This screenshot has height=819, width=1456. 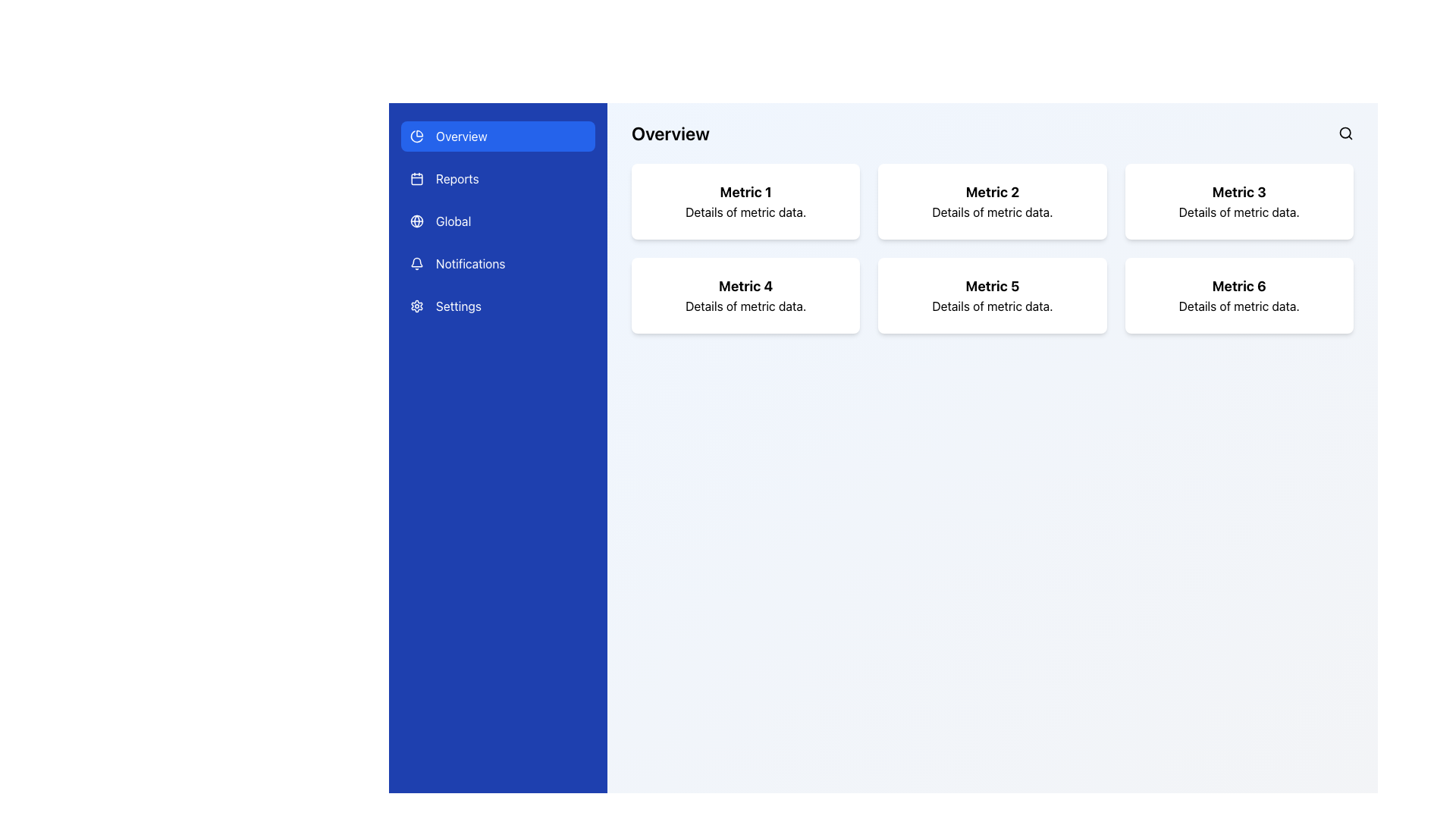 What do you see at coordinates (417, 178) in the screenshot?
I see `the blue calendar icon, which is the second icon in the main navigation menu on the left-hand side` at bounding box center [417, 178].